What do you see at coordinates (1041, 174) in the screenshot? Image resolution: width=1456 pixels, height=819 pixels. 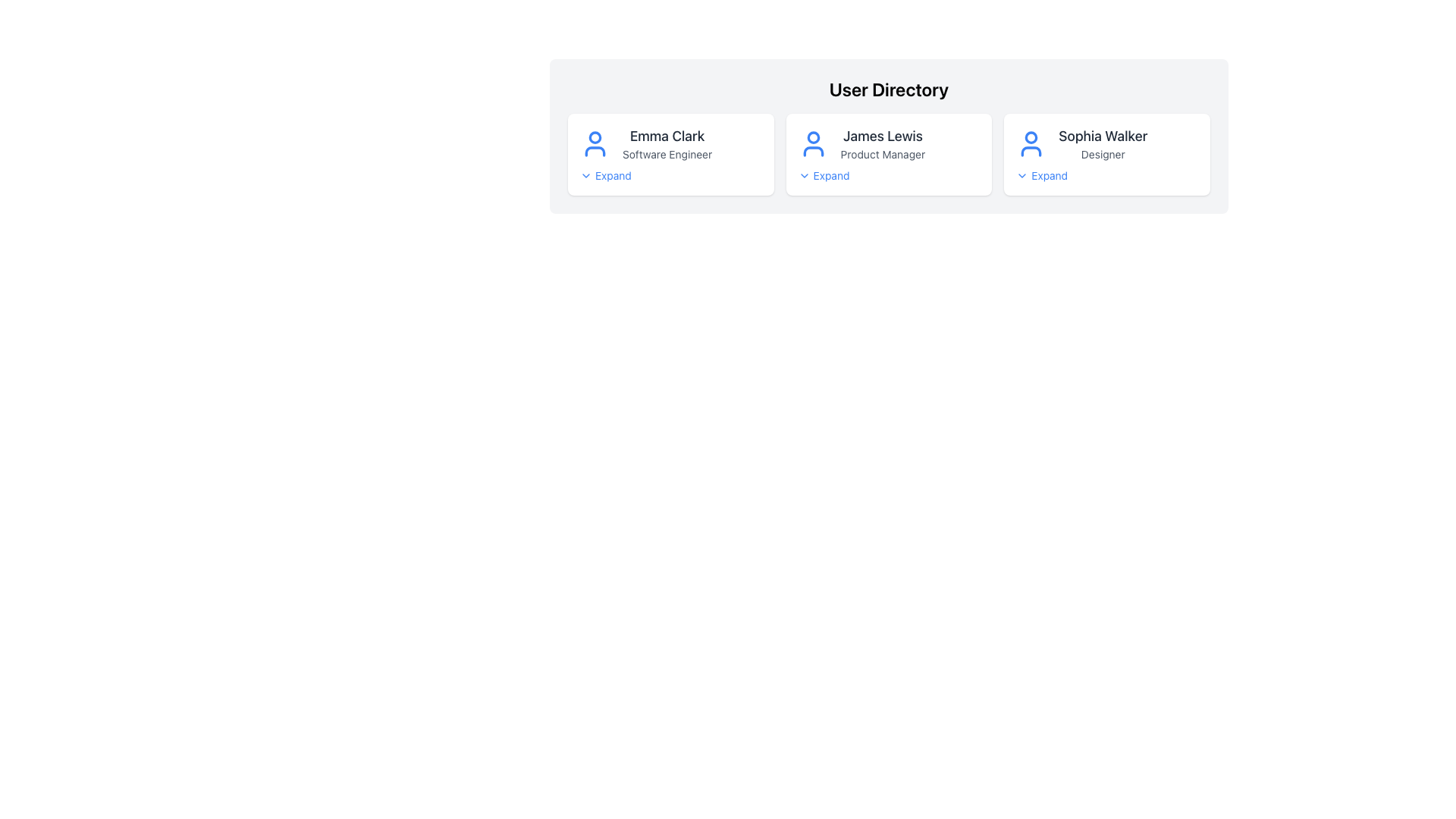 I see `the toggle switch button located at the bottom left corner of the user information card for 'Sophia Walker'` at bounding box center [1041, 174].